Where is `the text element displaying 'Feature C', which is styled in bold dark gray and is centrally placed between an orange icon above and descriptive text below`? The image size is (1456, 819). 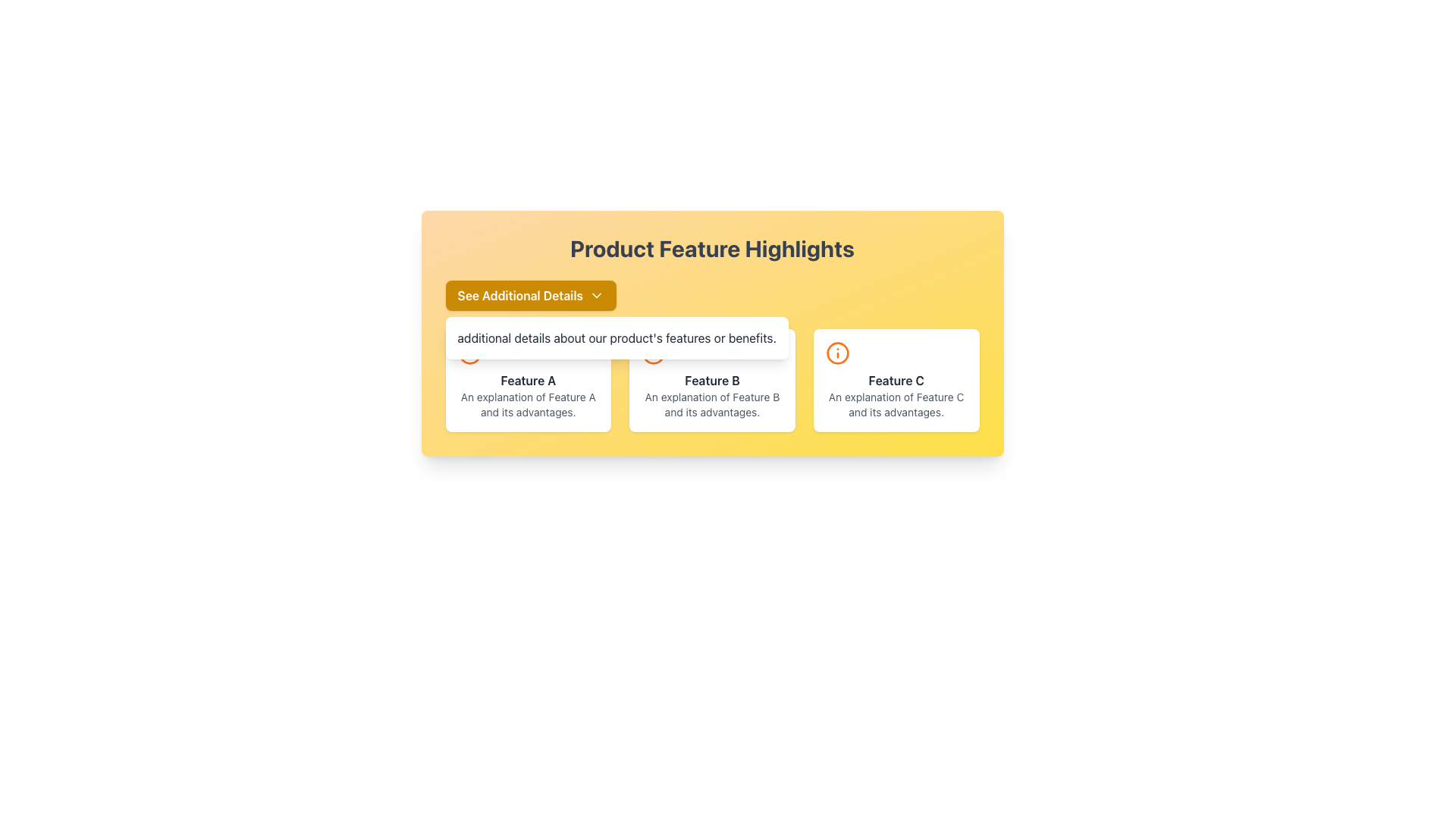
the text element displaying 'Feature C', which is styled in bold dark gray and is centrally placed between an orange icon above and descriptive text below is located at coordinates (896, 379).